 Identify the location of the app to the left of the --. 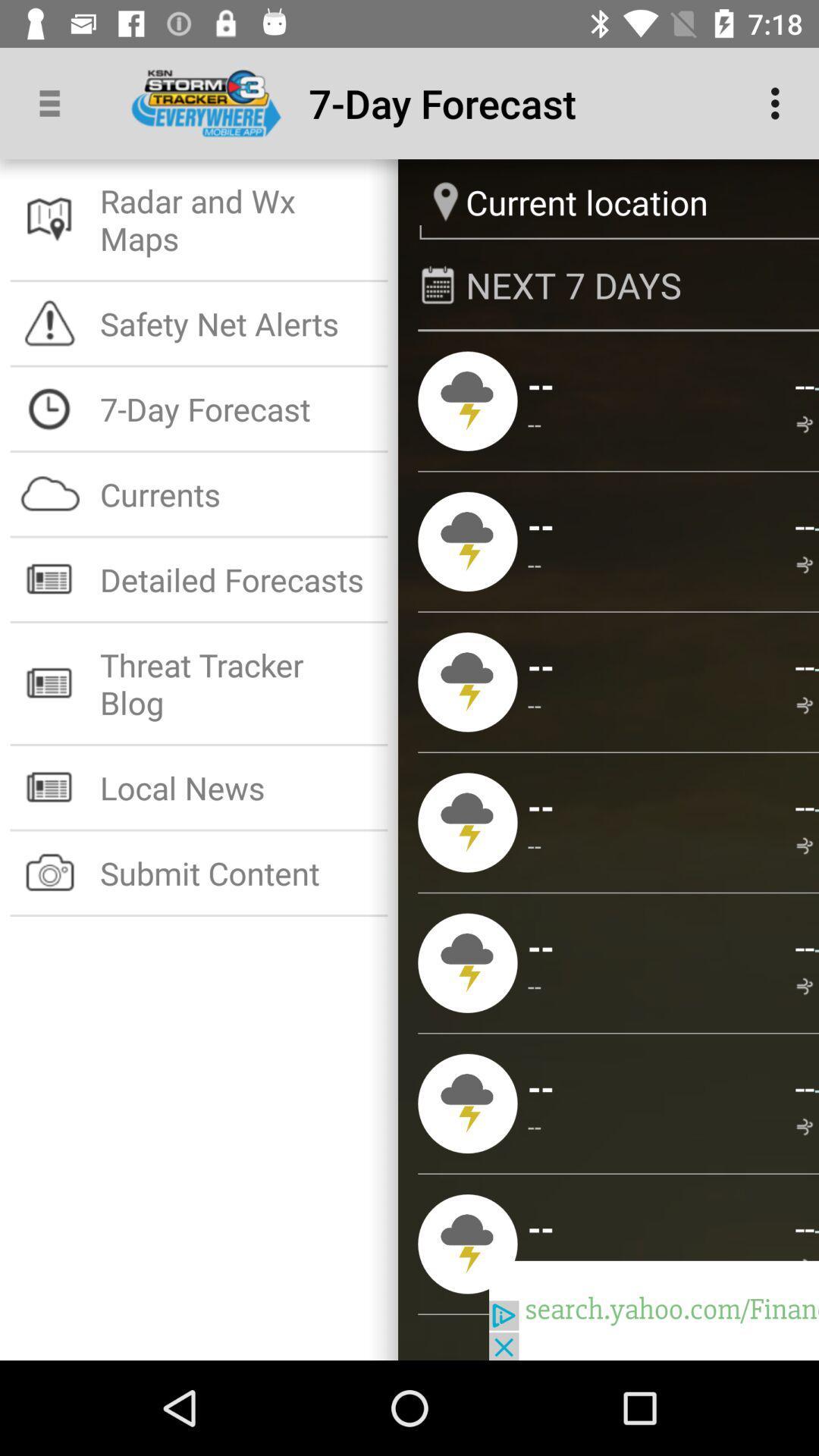
(534, 844).